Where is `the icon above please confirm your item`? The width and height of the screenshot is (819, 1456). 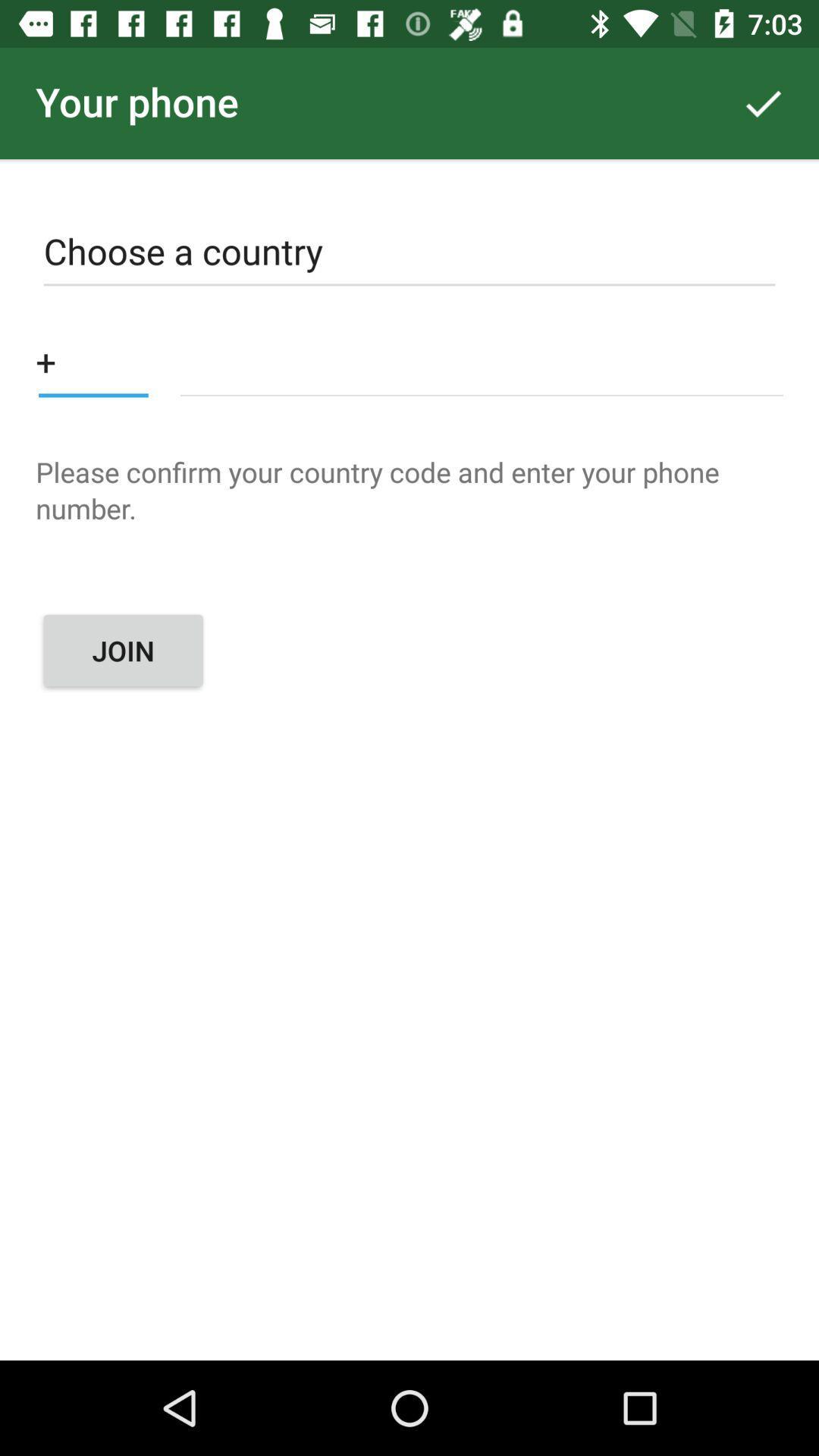
the icon above please confirm your item is located at coordinates (482, 360).